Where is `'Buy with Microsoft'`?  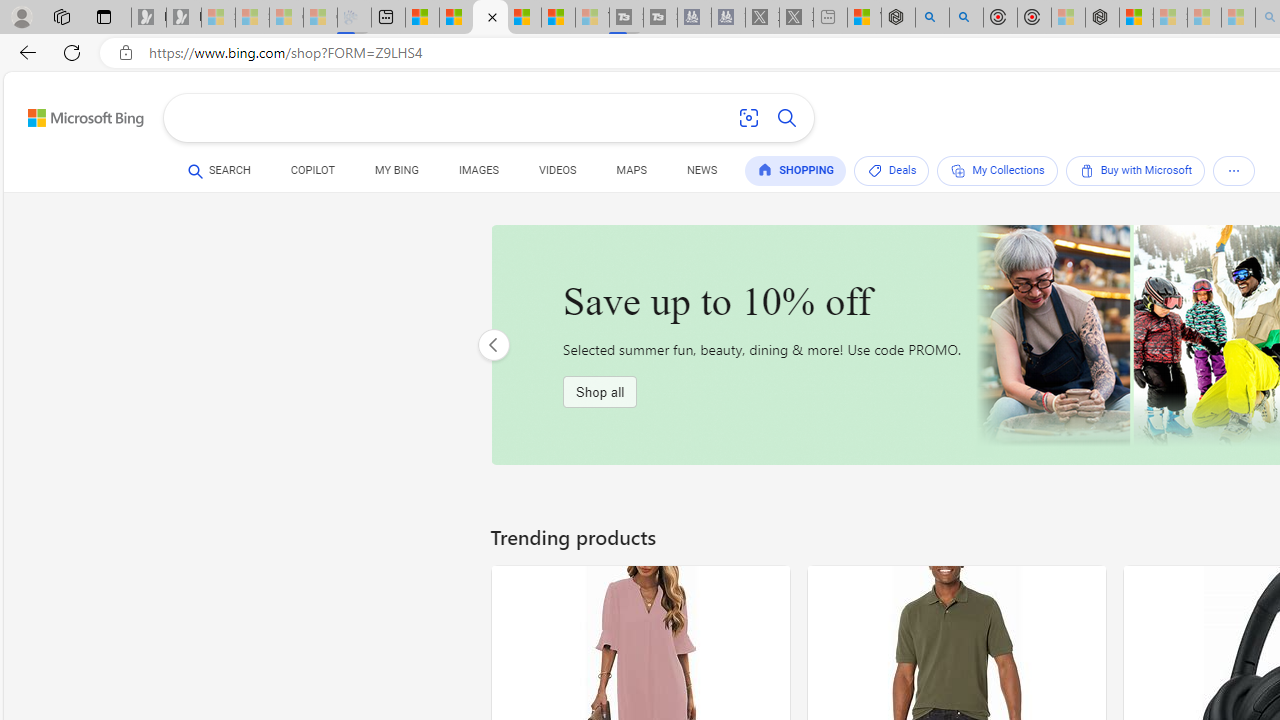 'Buy with Microsoft' is located at coordinates (1135, 170).